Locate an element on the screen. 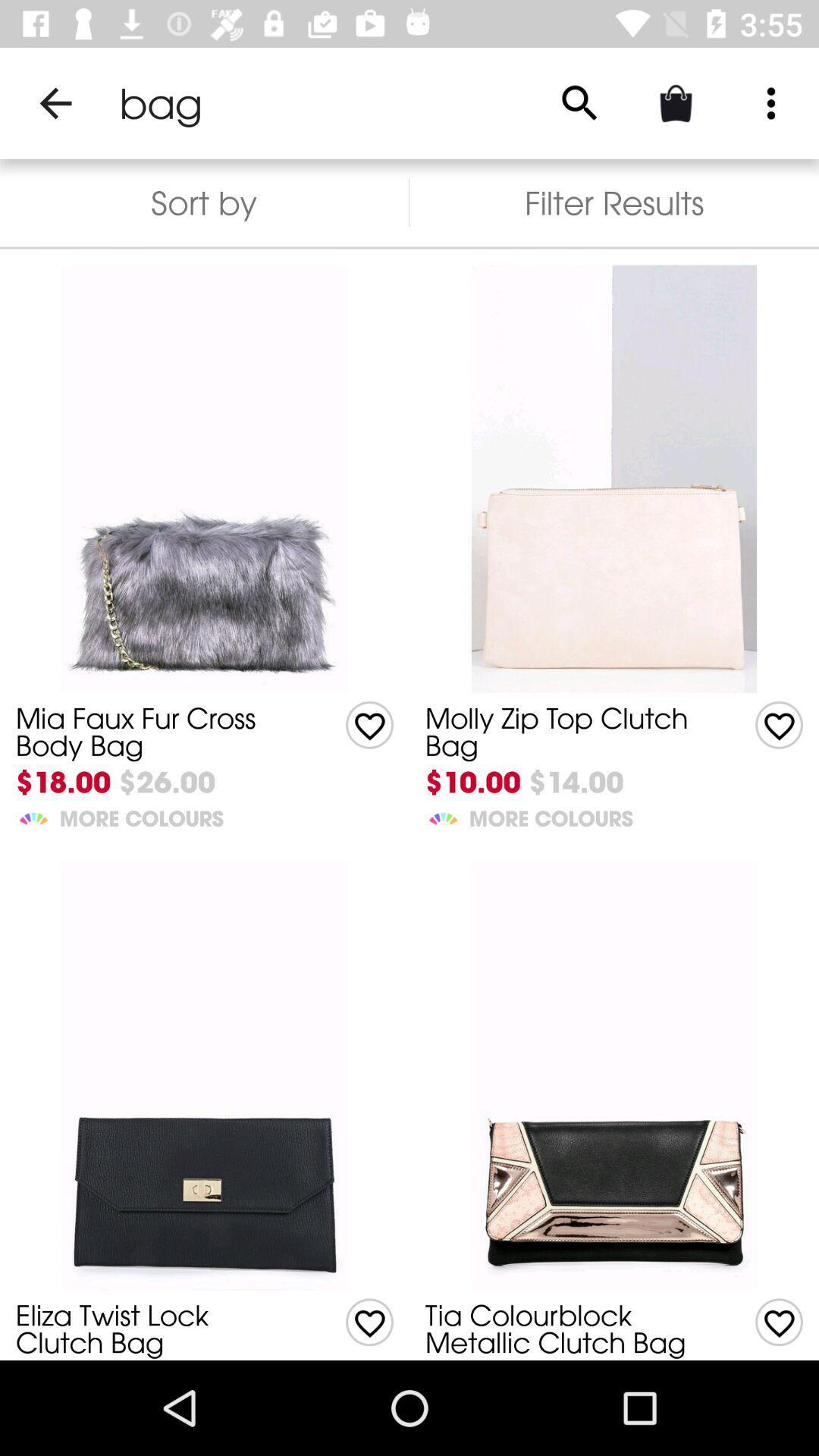 The image size is (819, 1456). the icon next to the more colours item is located at coordinates (33, 814).